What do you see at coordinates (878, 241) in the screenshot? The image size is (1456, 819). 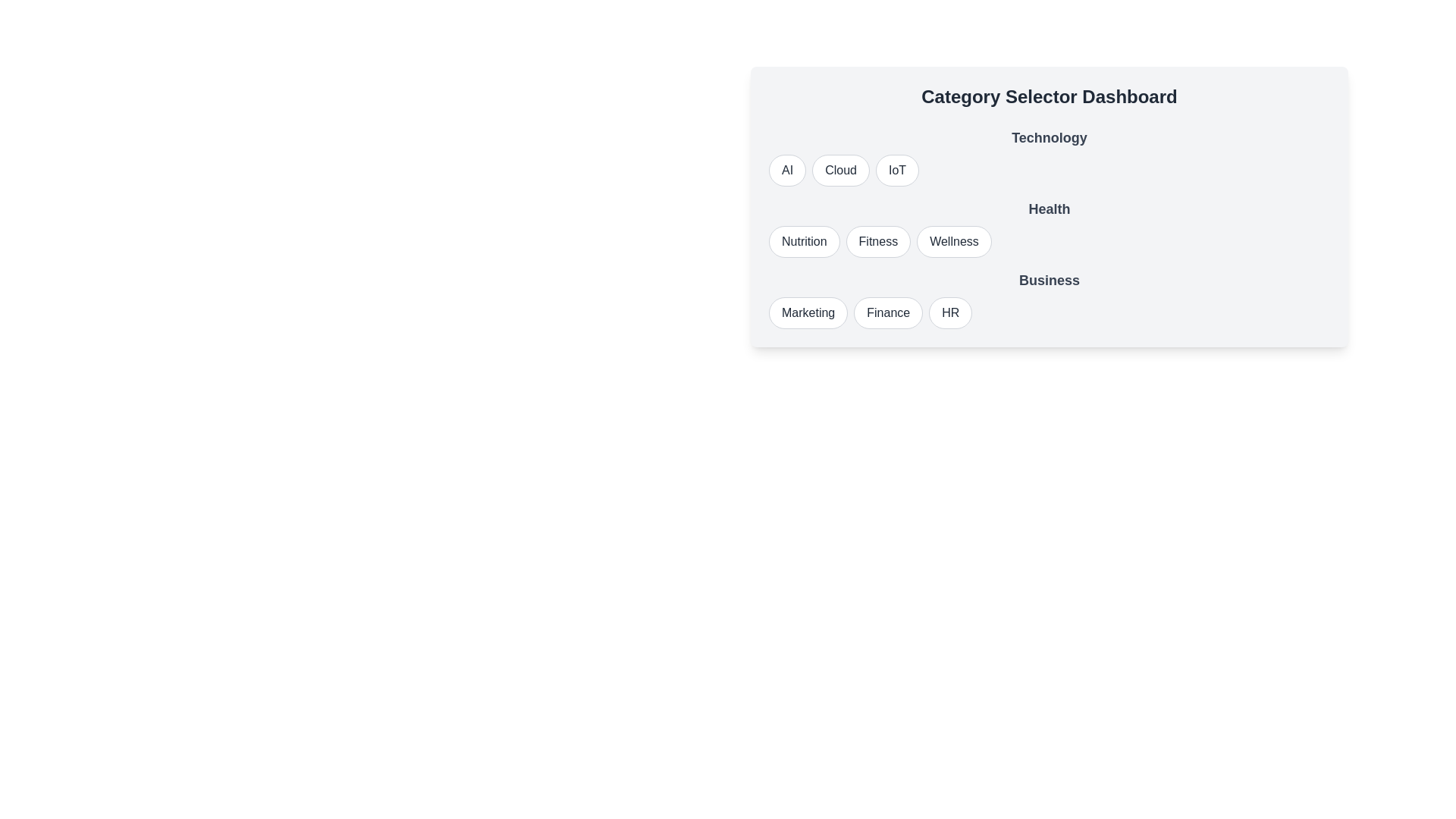 I see `the option Fitness from the category Health` at bounding box center [878, 241].